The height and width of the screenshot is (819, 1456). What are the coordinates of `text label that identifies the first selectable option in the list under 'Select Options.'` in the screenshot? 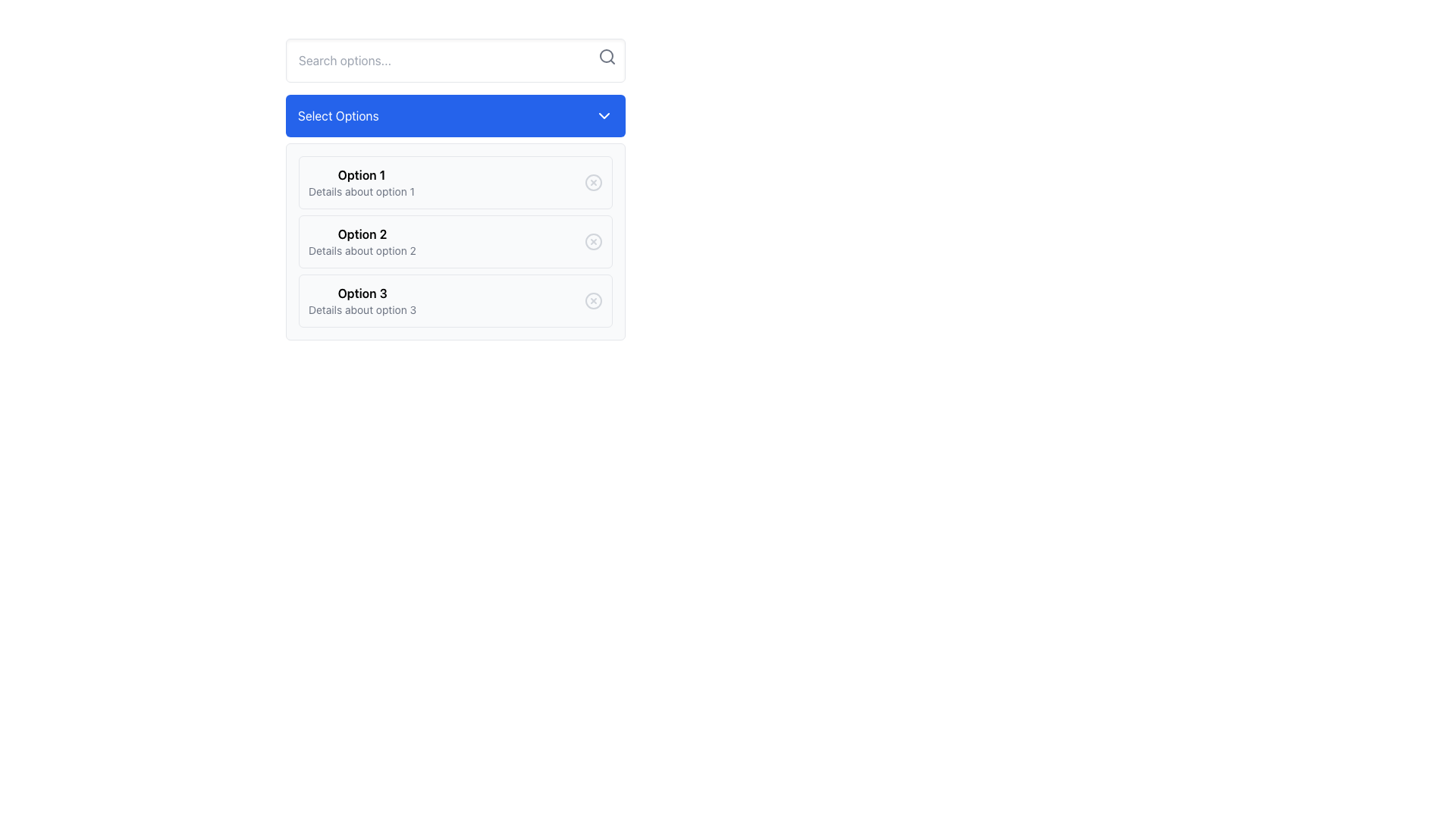 It's located at (360, 174).